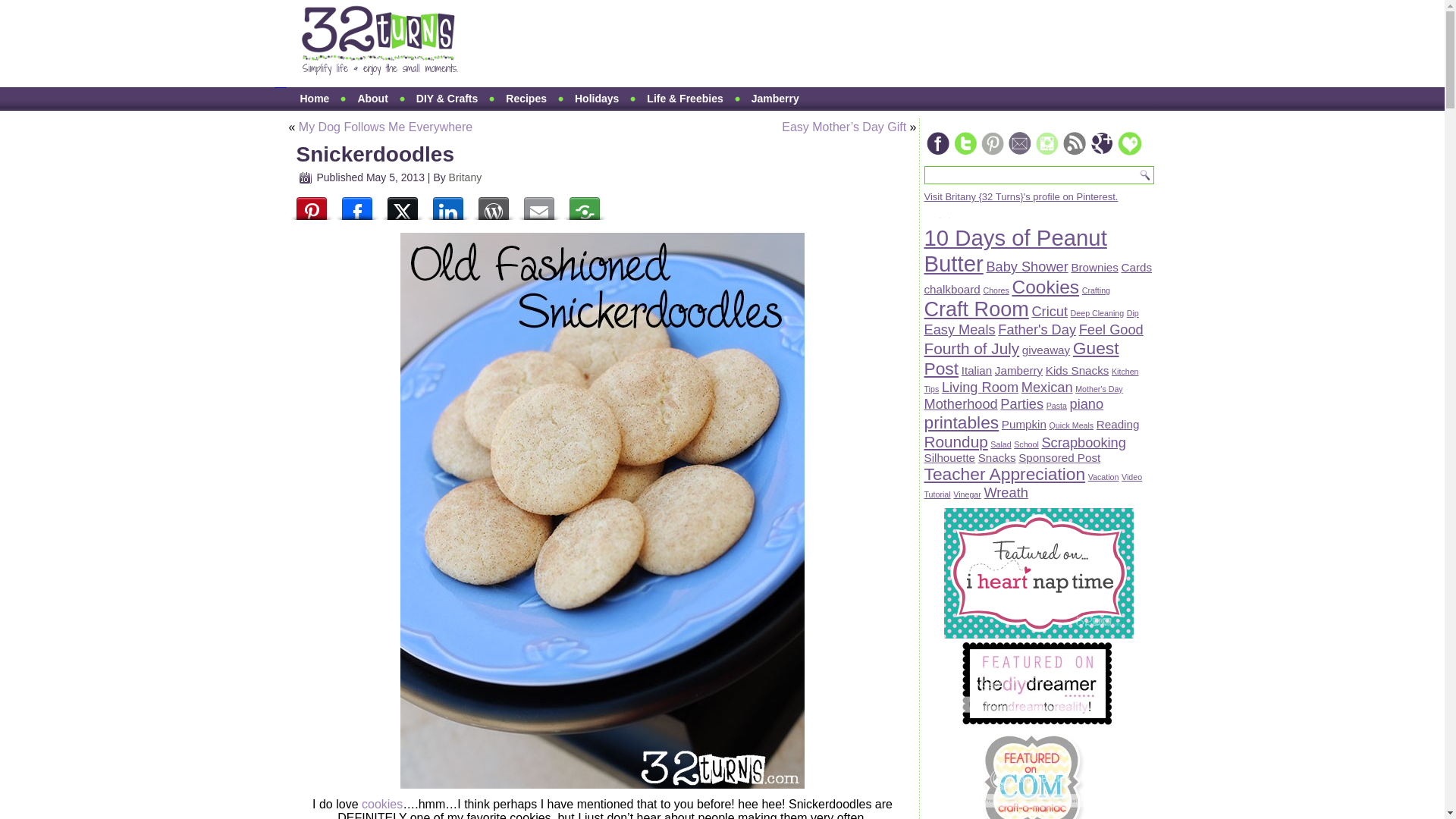 The height and width of the screenshot is (819, 1456). What do you see at coordinates (923, 358) in the screenshot?
I see `'Guest Post'` at bounding box center [923, 358].